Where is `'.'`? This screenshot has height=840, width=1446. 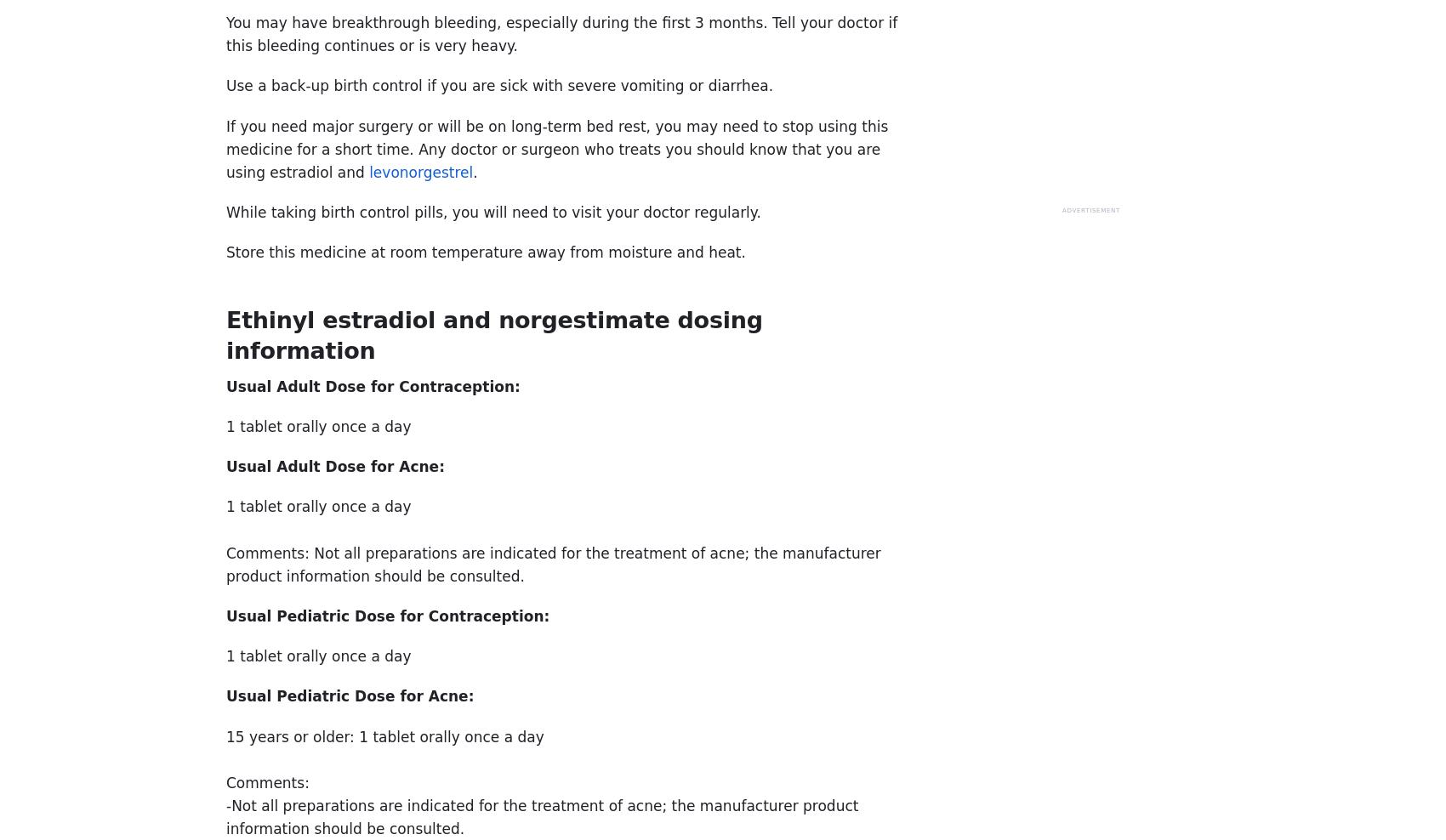
'.' is located at coordinates (472, 172).